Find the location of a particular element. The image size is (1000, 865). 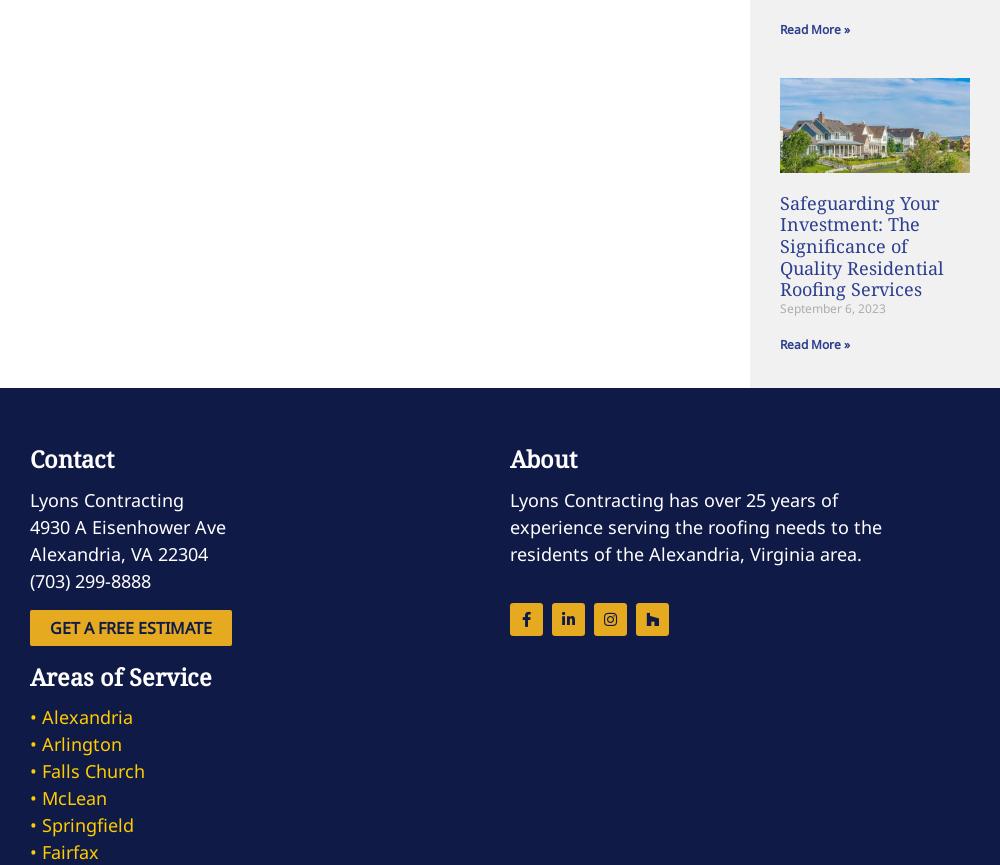

'Safeguarding Your Investment: The Significance of Quality Residential Roofing Services' is located at coordinates (861, 244).